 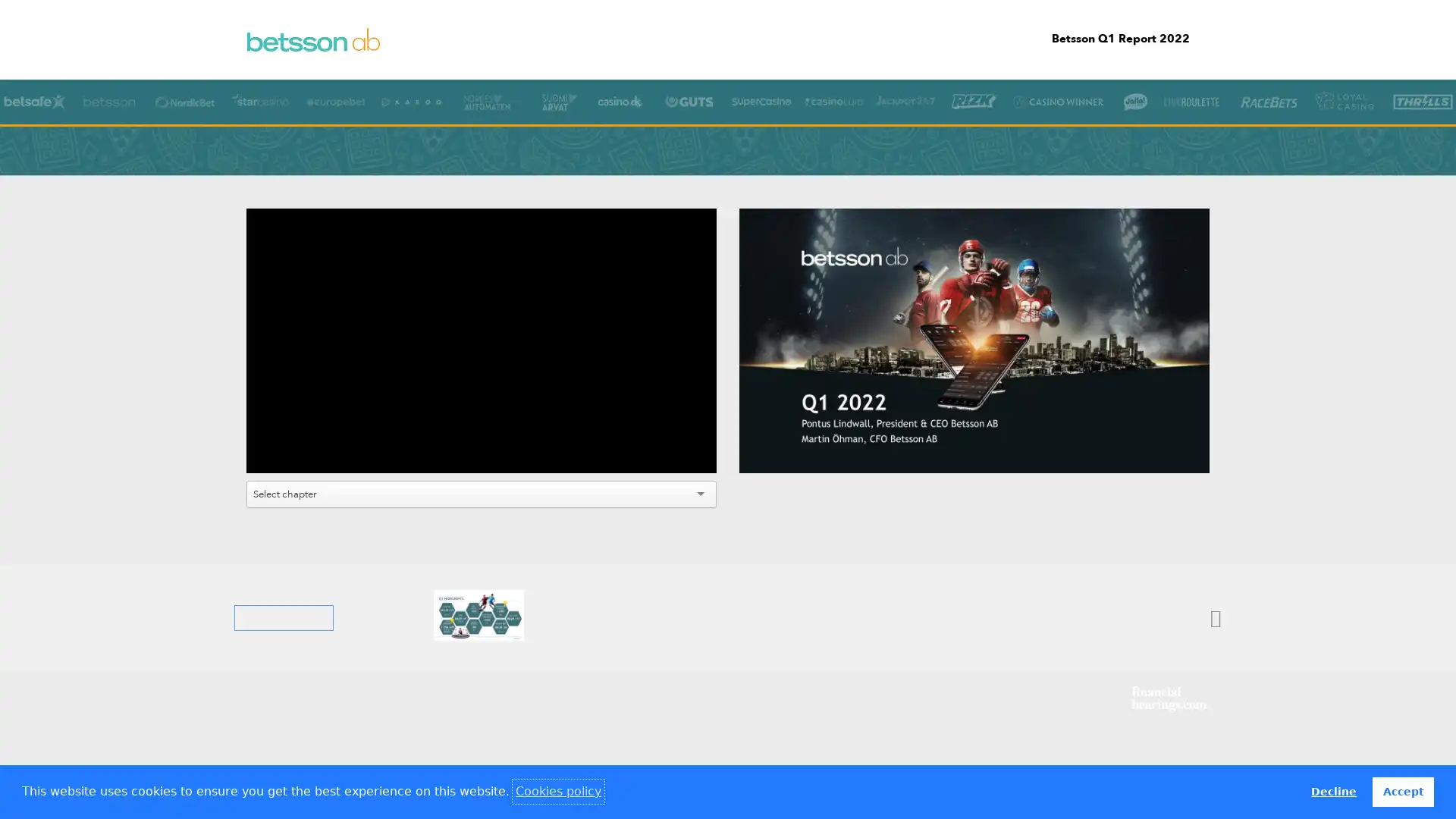 What do you see at coordinates (269, 449) in the screenshot?
I see `Play` at bounding box center [269, 449].